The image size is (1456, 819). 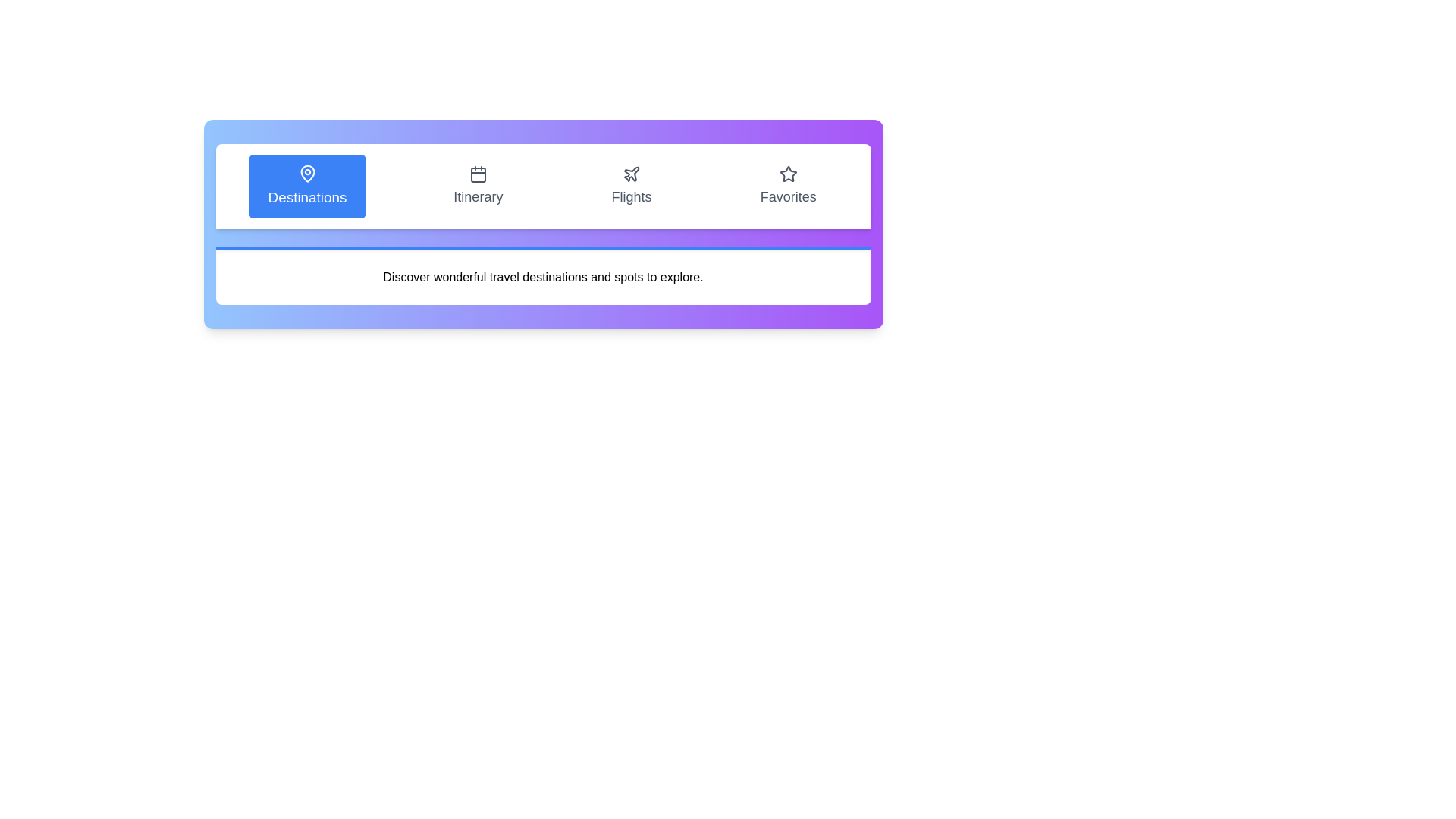 I want to click on the tab labeled Flights to view its content, so click(x=632, y=186).